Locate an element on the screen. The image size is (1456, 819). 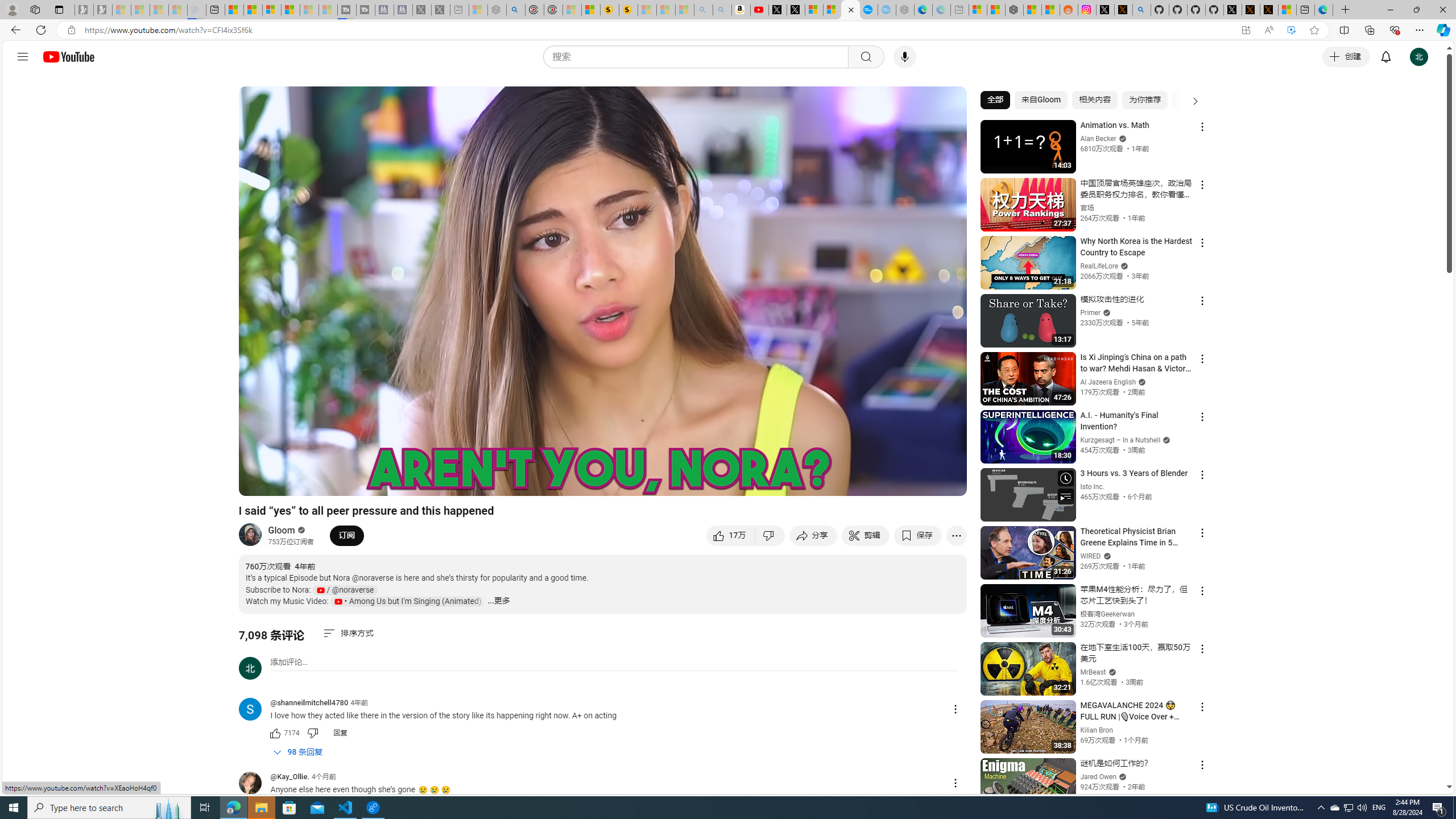
'Copilot (Ctrl+Shift+.)' is located at coordinates (1442, 29).